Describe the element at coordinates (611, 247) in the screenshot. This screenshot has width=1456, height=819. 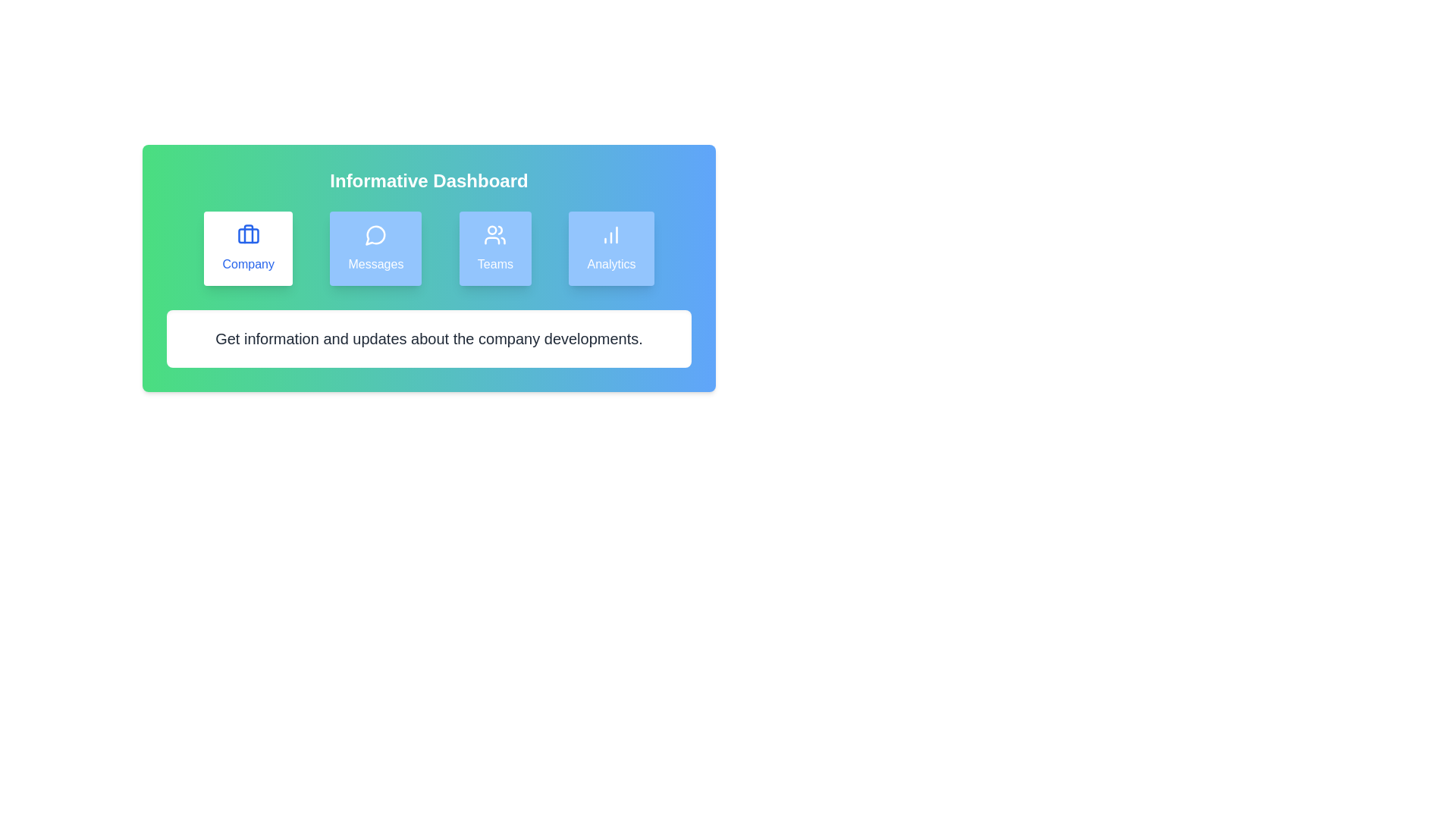
I see `the 'Analytics' navigation button, which is the fourth button from the left in the row under 'Informative Dashboard', to trigger hover effects` at that location.